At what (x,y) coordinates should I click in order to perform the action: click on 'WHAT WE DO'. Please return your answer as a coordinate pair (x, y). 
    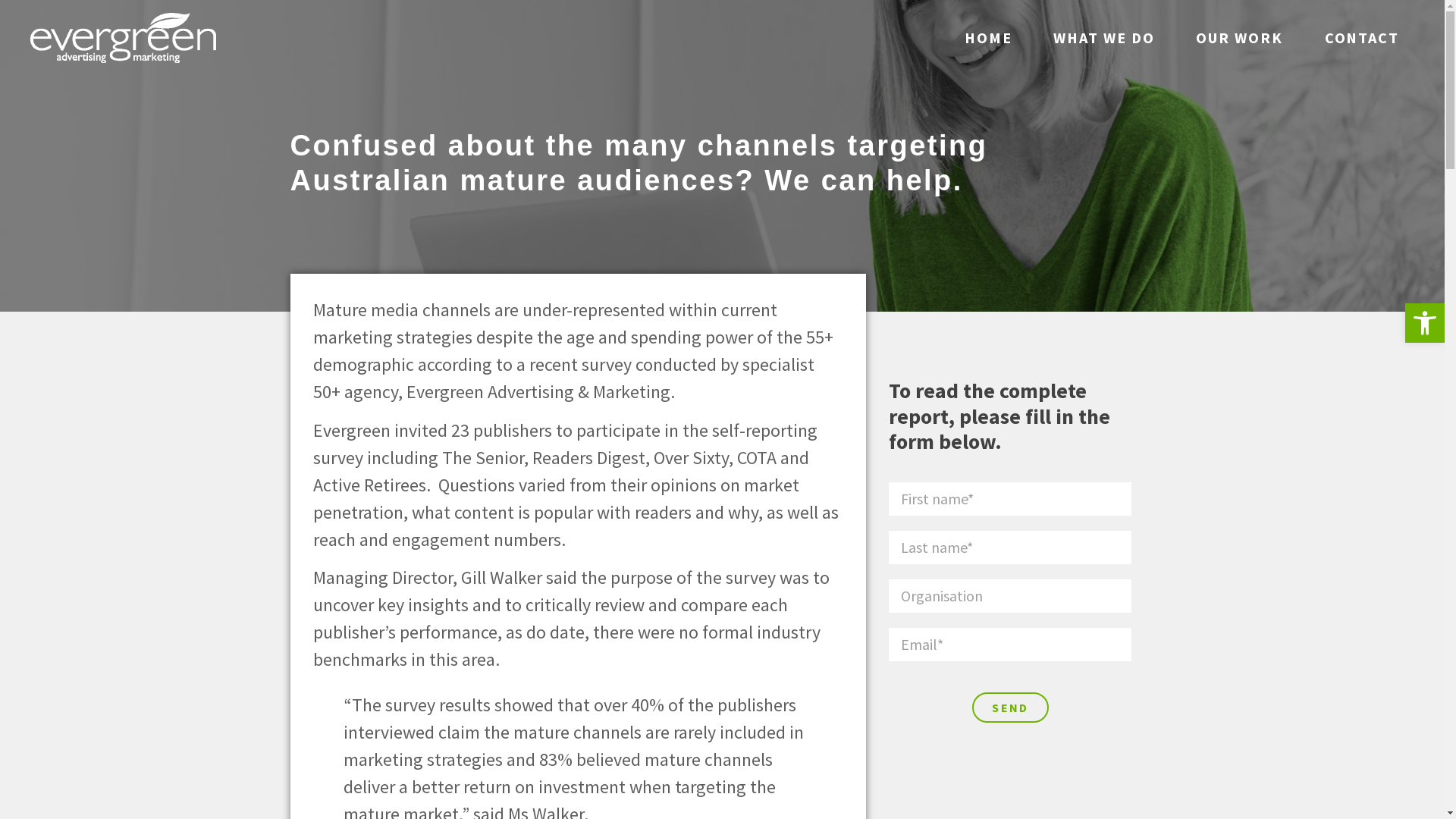
    Looking at the image, I should click on (1103, 37).